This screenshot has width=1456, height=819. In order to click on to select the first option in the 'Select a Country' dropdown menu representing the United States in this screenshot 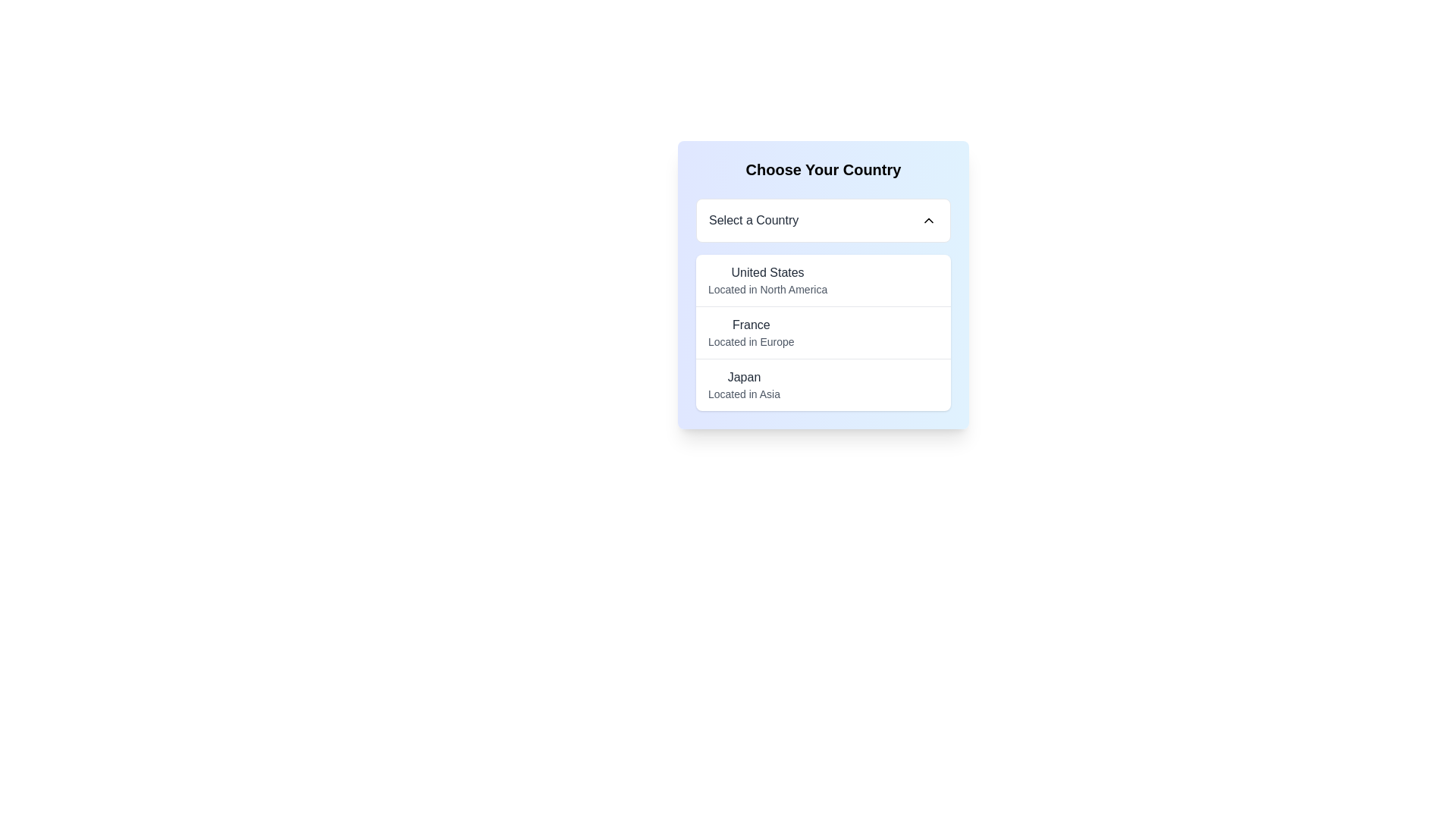, I will do `click(767, 281)`.